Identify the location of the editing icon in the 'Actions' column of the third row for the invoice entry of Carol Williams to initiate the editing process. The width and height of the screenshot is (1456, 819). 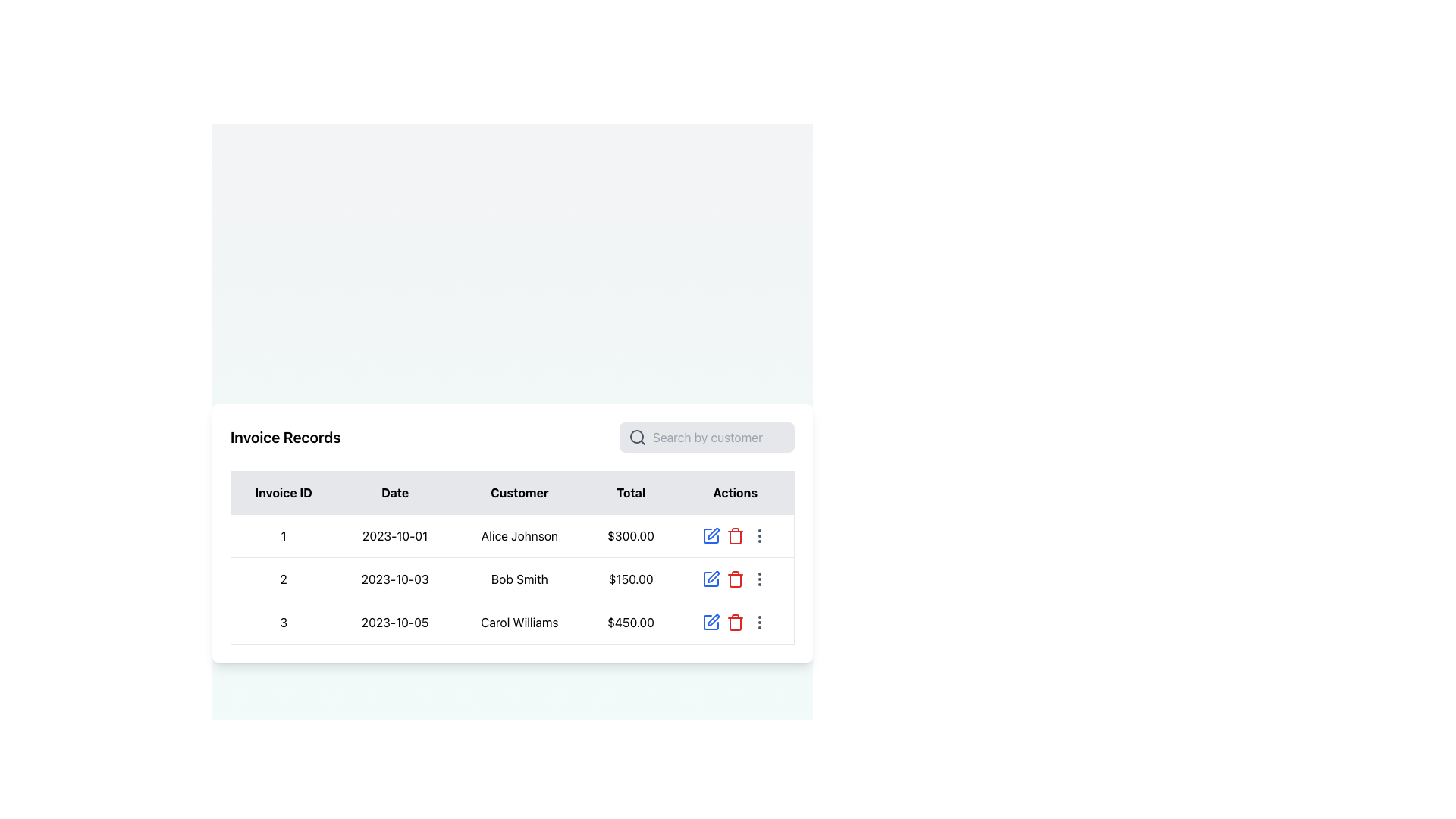
(712, 620).